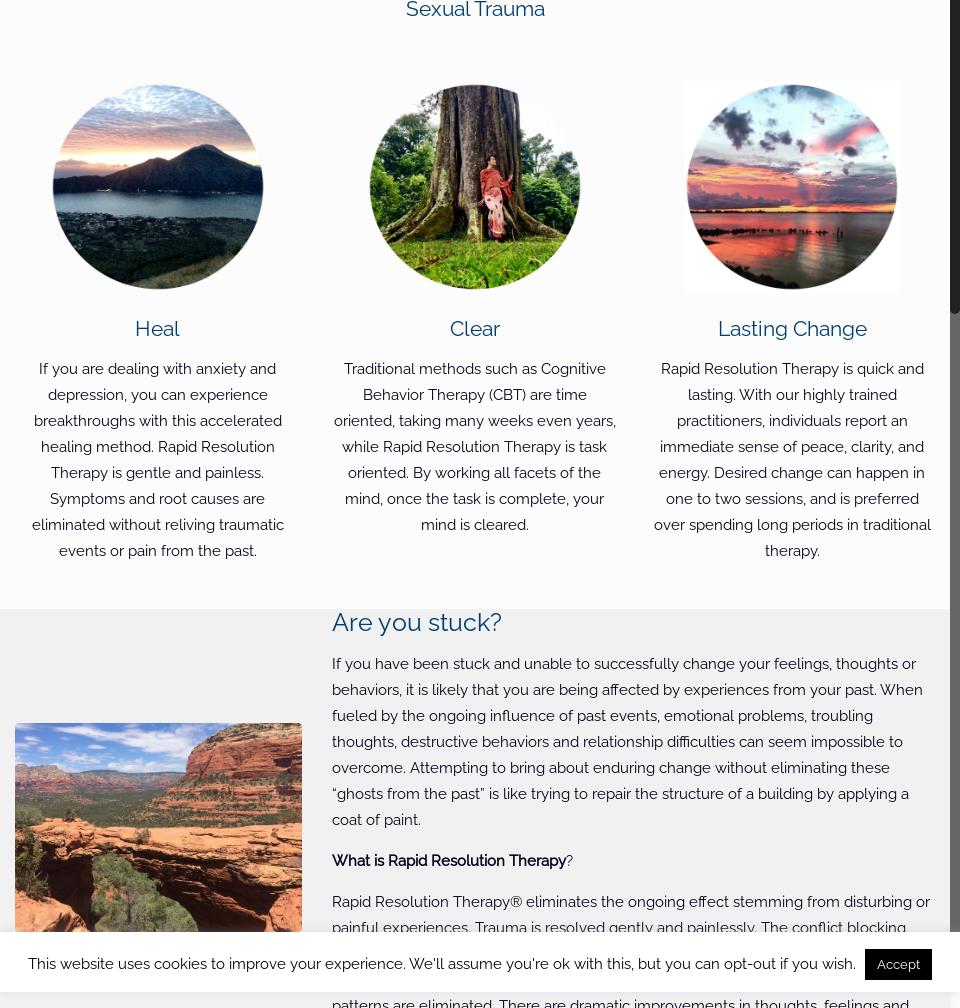 Image resolution: width=960 pixels, height=1008 pixels. Describe the element at coordinates (791, 328) in the screenshot. I see `'Lasting Change'` at that location.